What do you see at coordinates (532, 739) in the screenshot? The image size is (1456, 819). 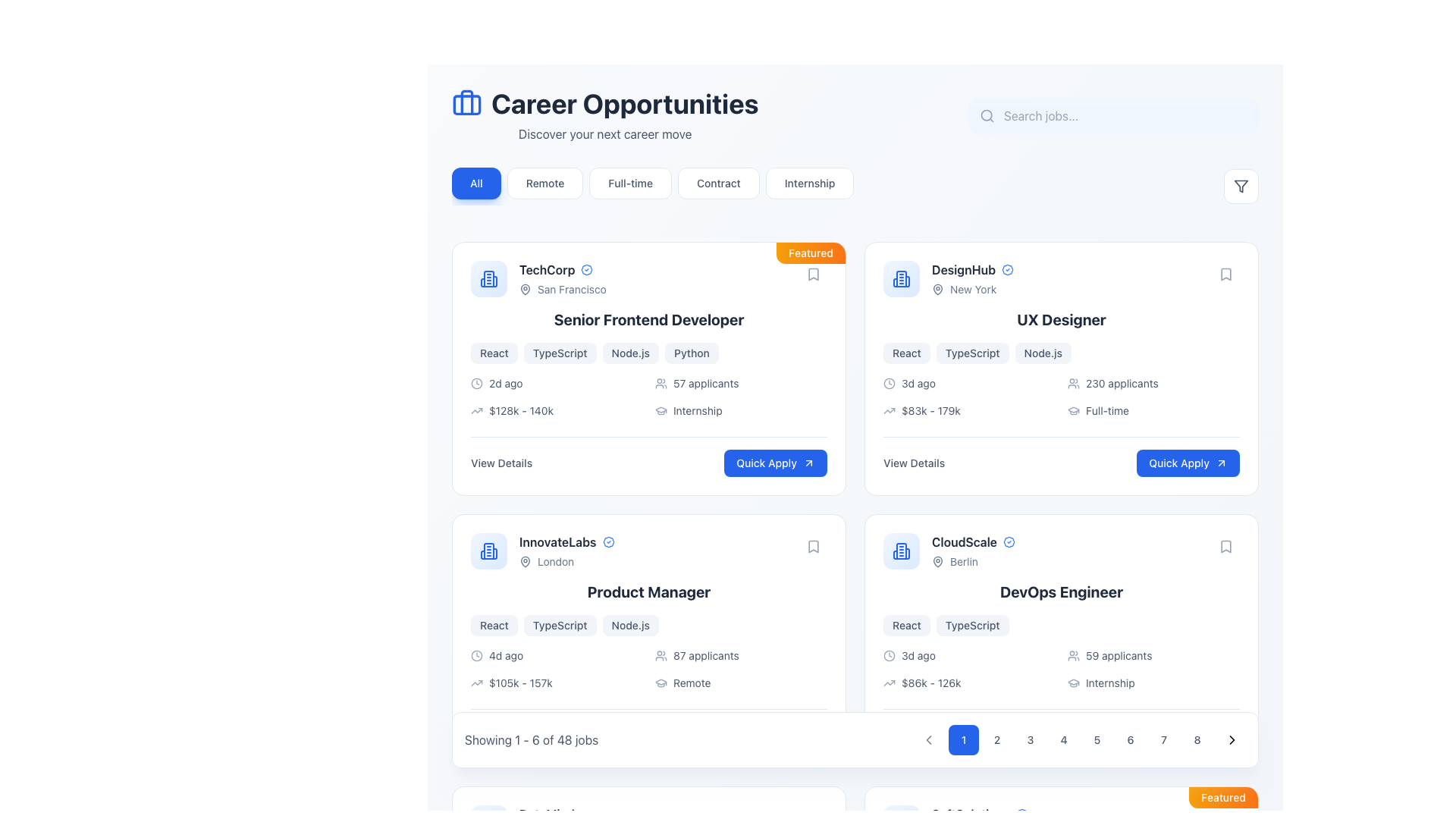 I see `status text element displaying 'Showing 1 - 6 of 48 jobs', located at the bottom left of the pagination controls` at bounding box center [532, 739].